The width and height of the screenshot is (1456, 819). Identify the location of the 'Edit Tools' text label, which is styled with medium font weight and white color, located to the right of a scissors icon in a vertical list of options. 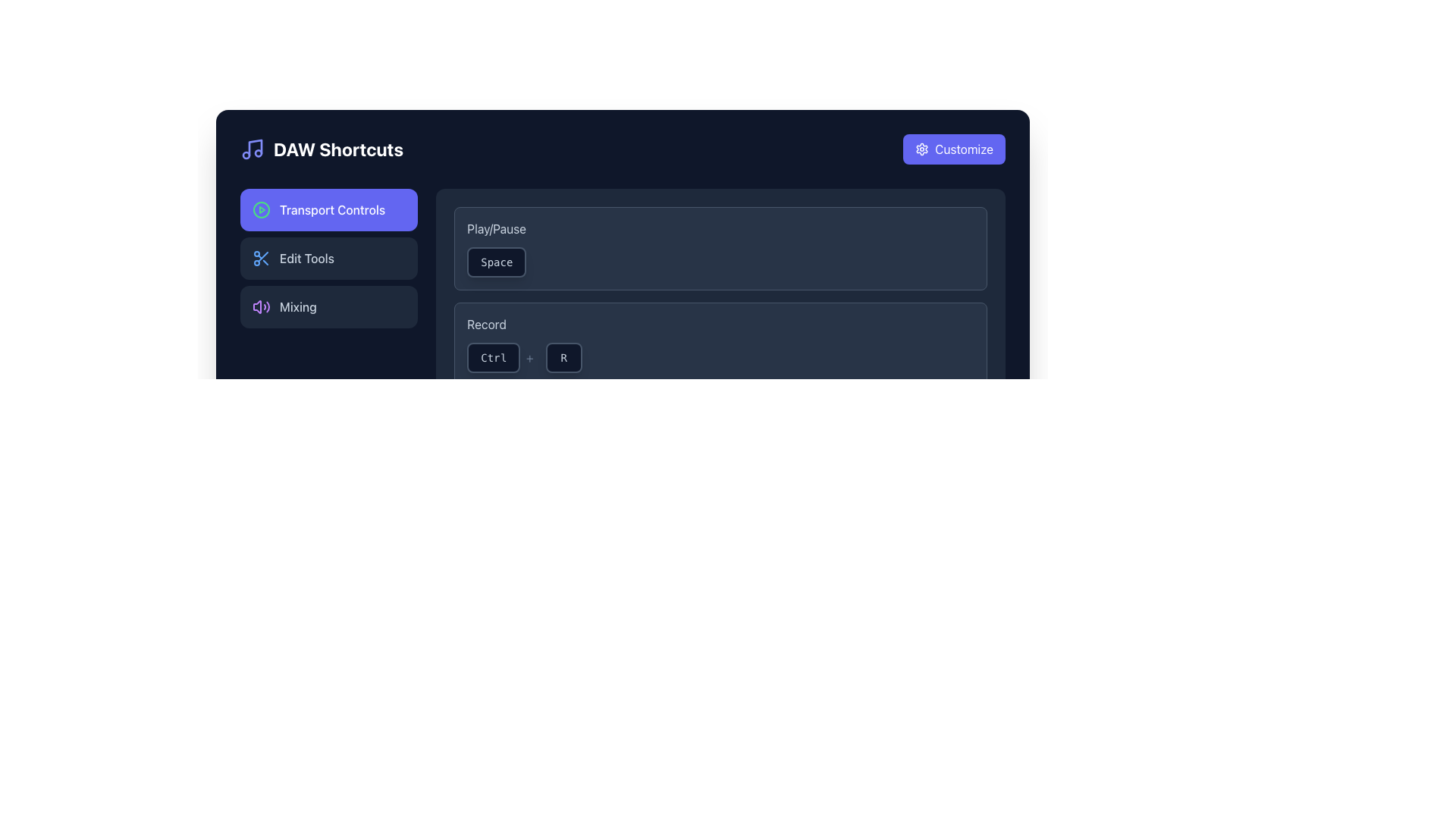
(306, 257).